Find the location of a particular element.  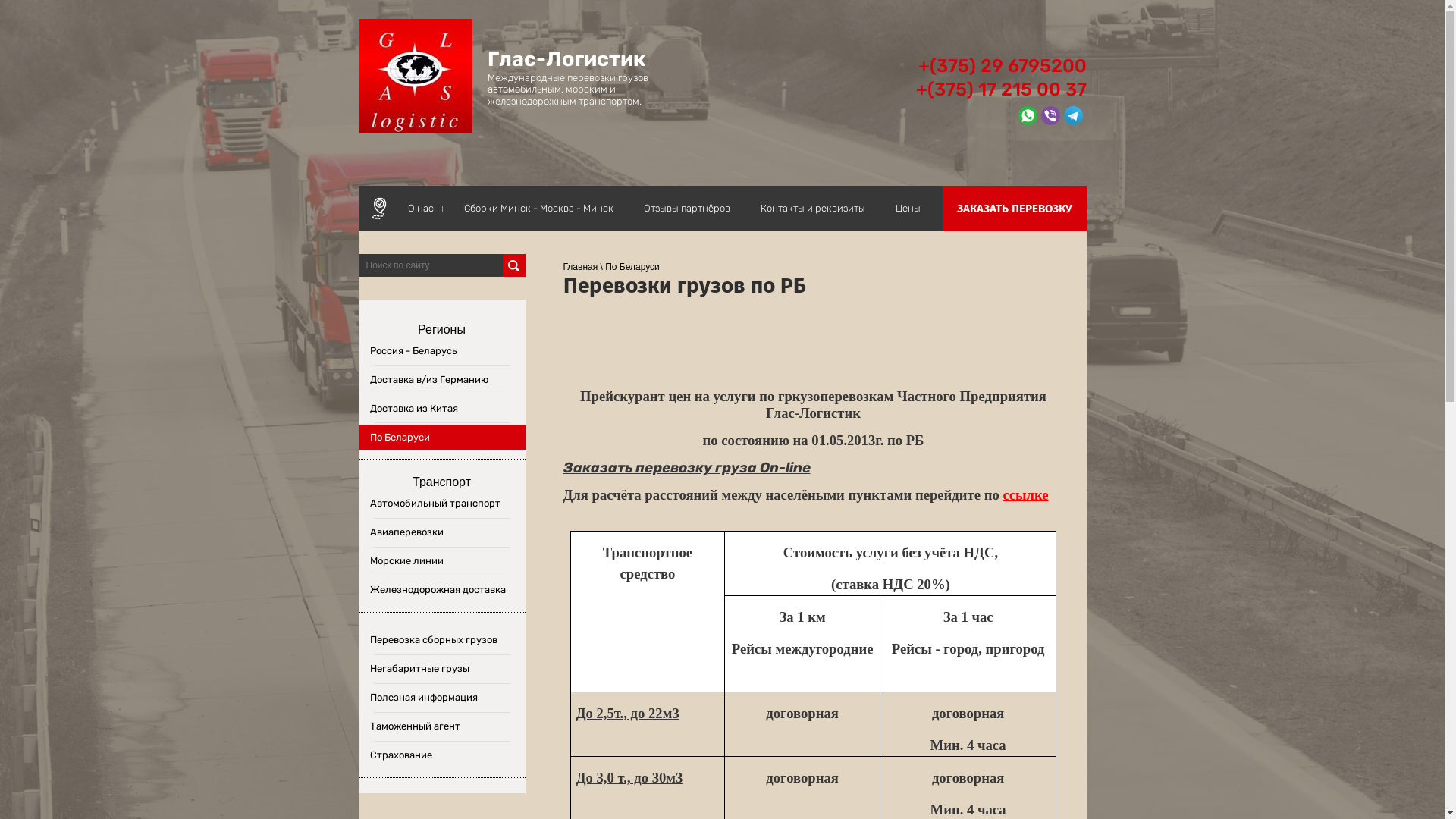

'+(375) 17 215 00 37' is located at coordinates (915, 89).